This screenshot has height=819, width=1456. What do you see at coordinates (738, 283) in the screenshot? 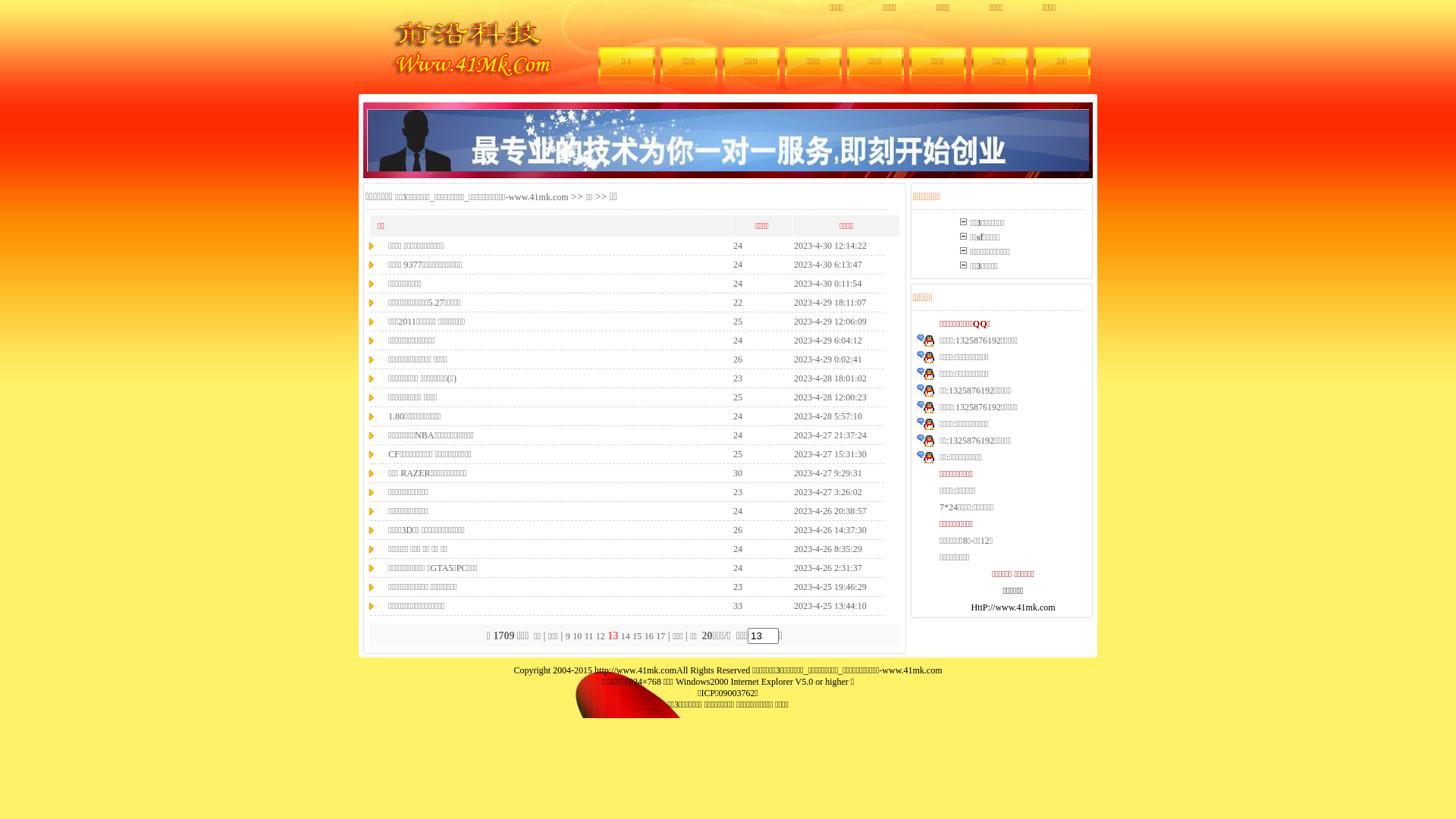
I see `'24'` at bounding box center [738, 283].